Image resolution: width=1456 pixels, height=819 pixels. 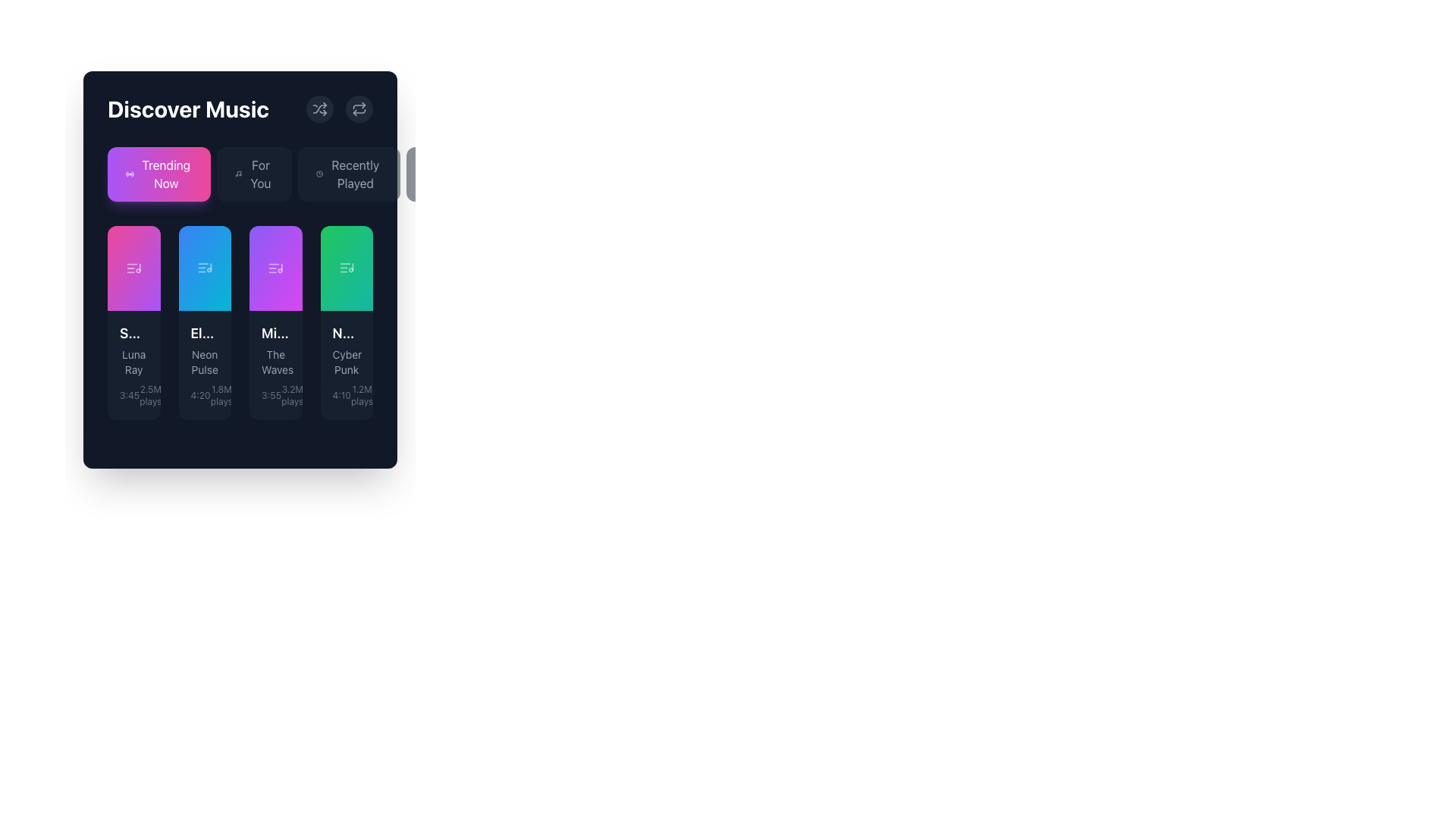 What do you see at coordinates (275, 394) in the screenshot?
I see `the information display text that shows the track duration and number of plays, located at the bottom of the 'Midnight Drive' and 'The Waves' card` at bounding box center [275, 394].